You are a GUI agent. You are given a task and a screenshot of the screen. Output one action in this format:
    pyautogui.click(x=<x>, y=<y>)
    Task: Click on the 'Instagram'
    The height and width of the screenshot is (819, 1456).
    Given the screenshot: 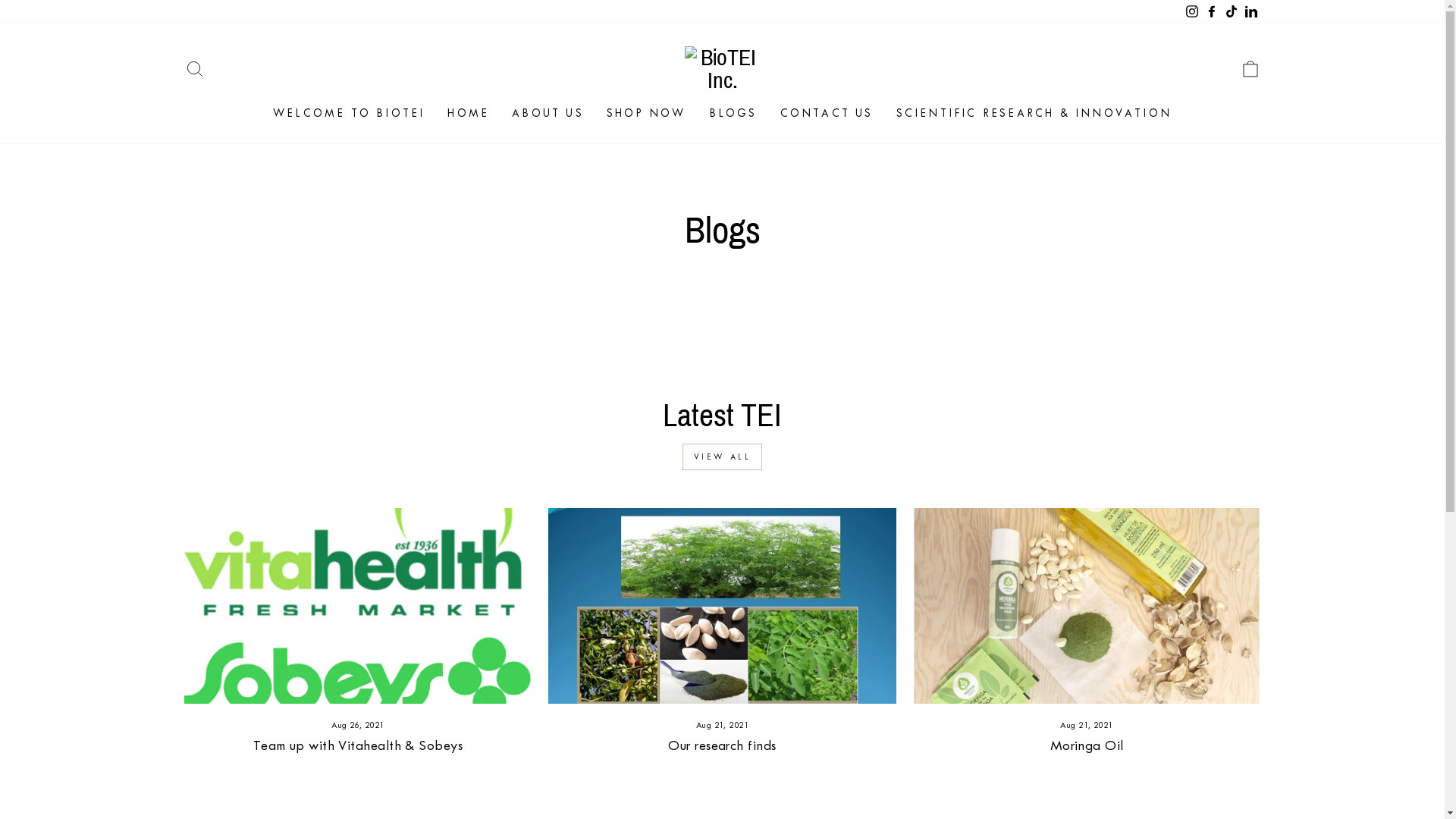 What is the action you would take?
    pyautogui.click(x=1190, y=11)
    